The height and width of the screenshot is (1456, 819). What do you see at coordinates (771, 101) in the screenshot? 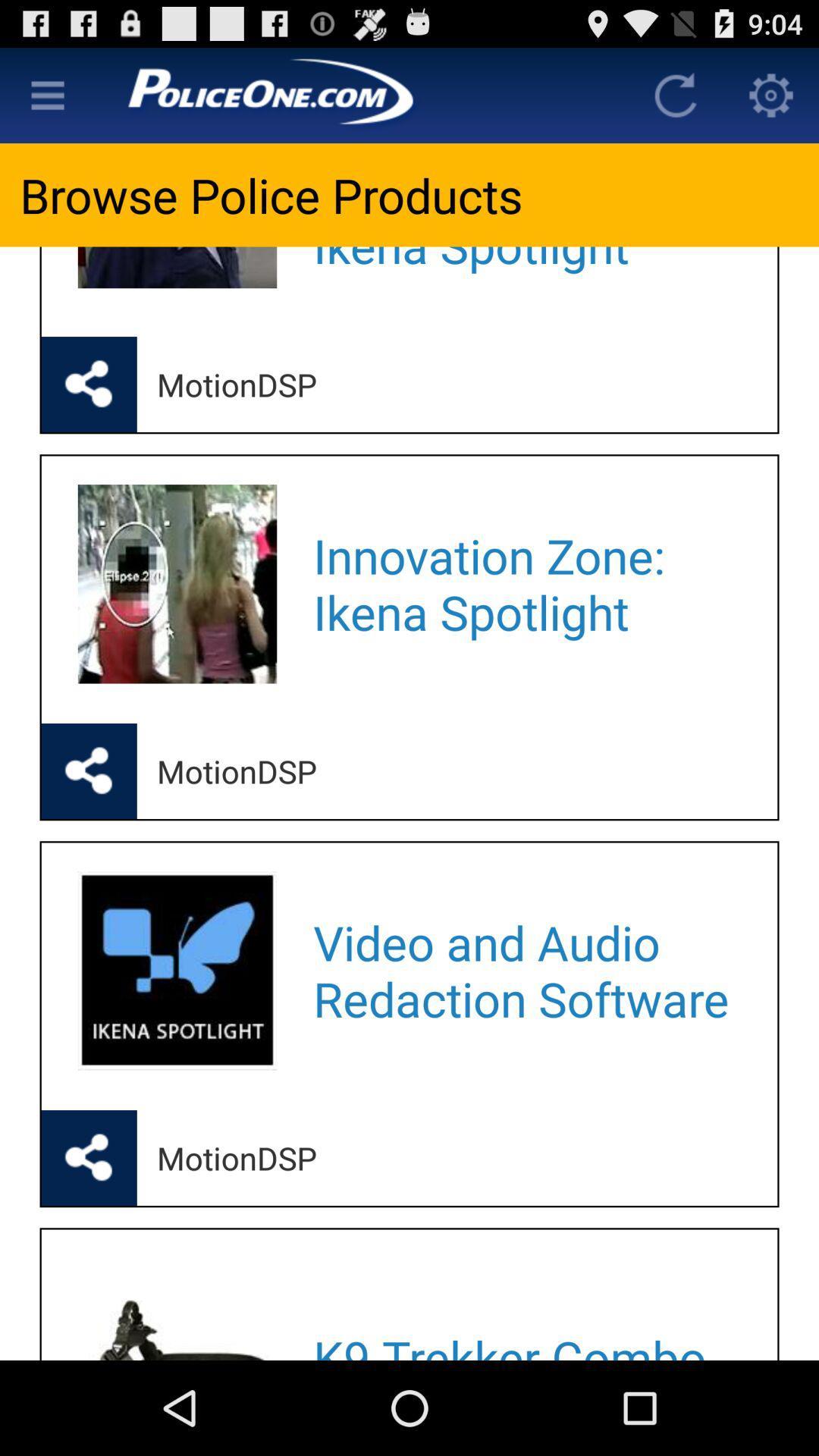
I see `the settings icon` at bounding box center [771, 101].